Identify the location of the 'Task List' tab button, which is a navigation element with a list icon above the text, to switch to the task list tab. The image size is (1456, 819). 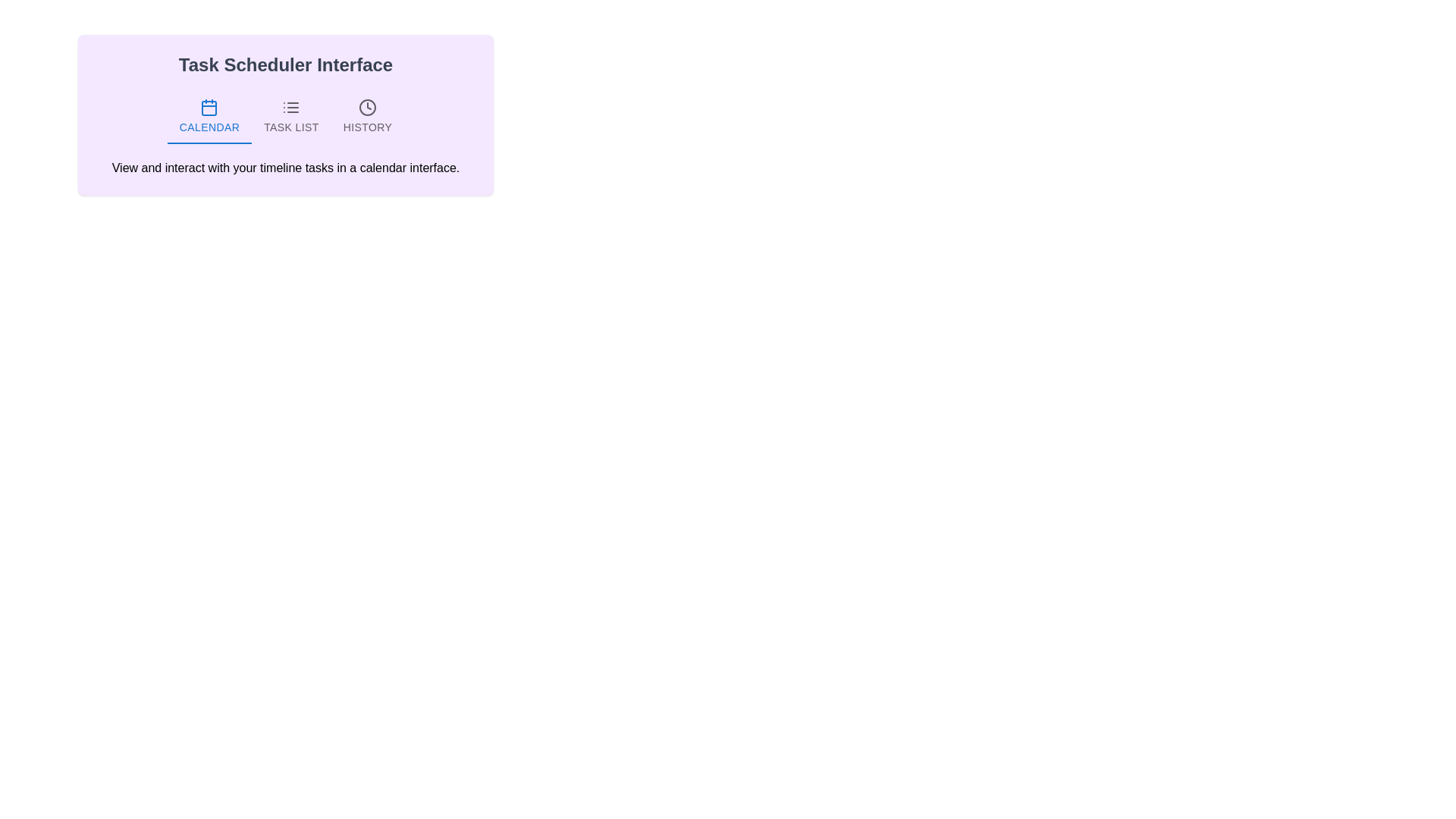
(291, 116).